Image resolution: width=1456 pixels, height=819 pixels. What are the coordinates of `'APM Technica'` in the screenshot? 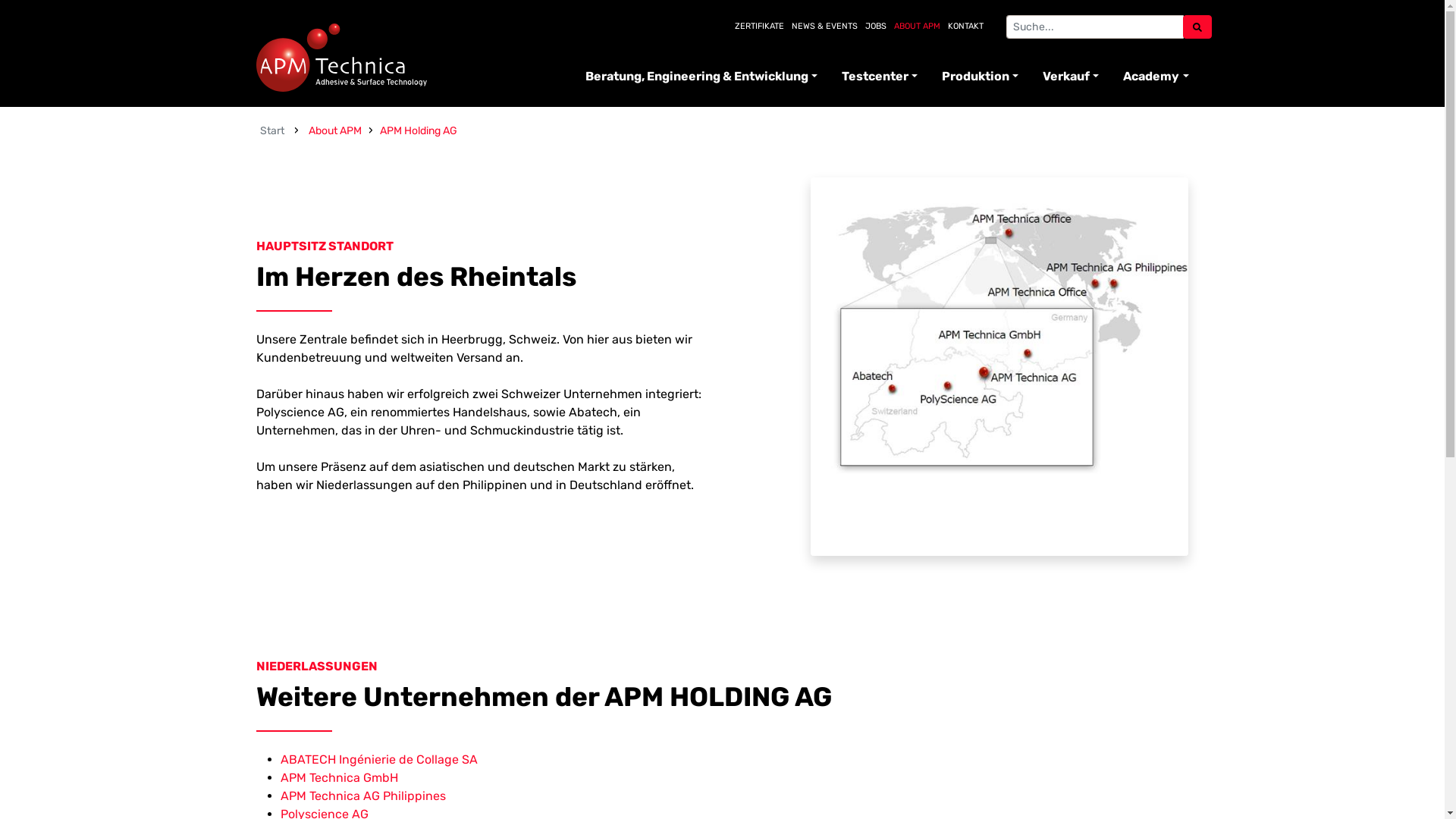 It's located at (340, 57).